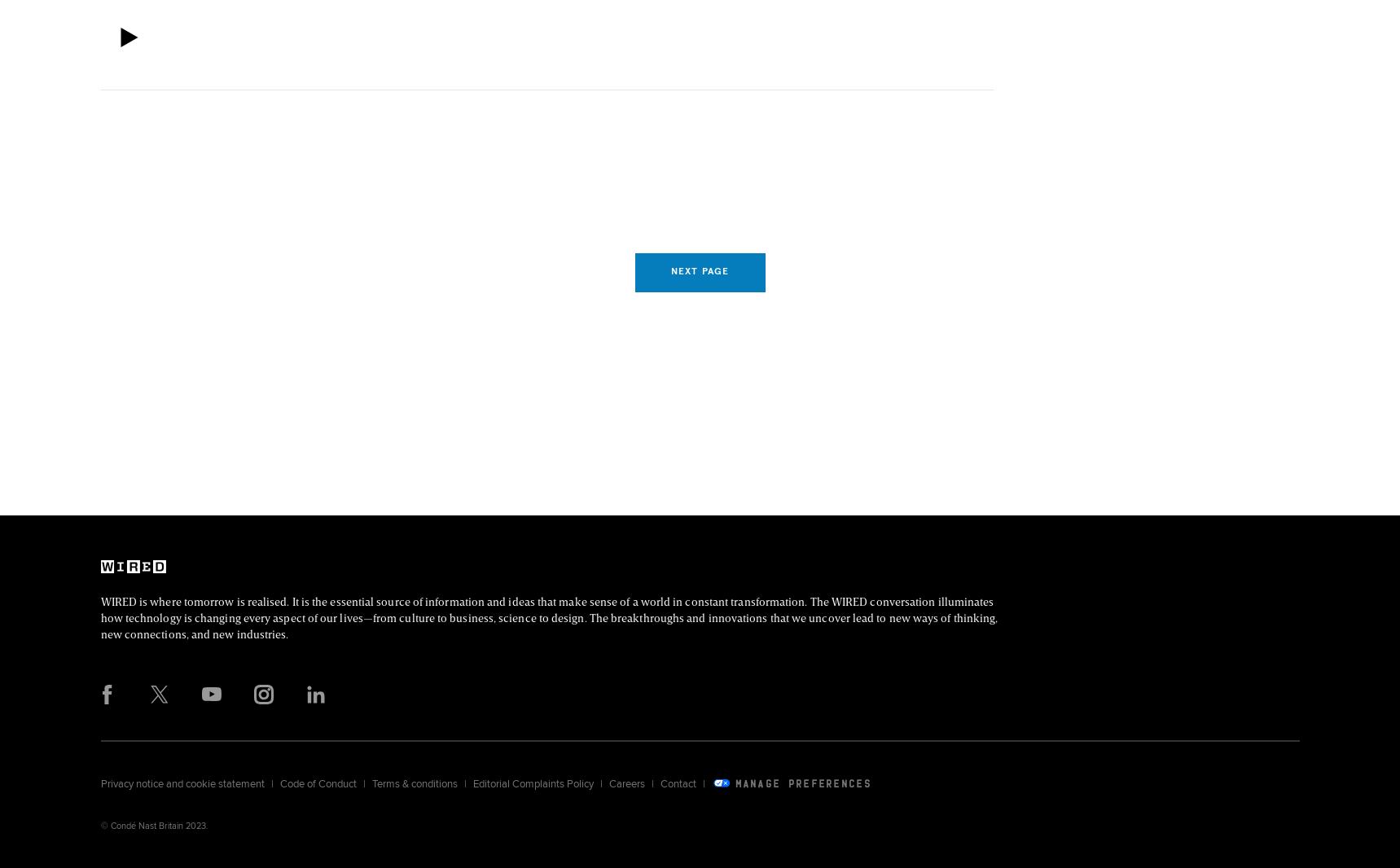  Describe the element at coordinates (181, 782) in the screenshot. I see `'Privacy notice and cookie statement'` at that location.